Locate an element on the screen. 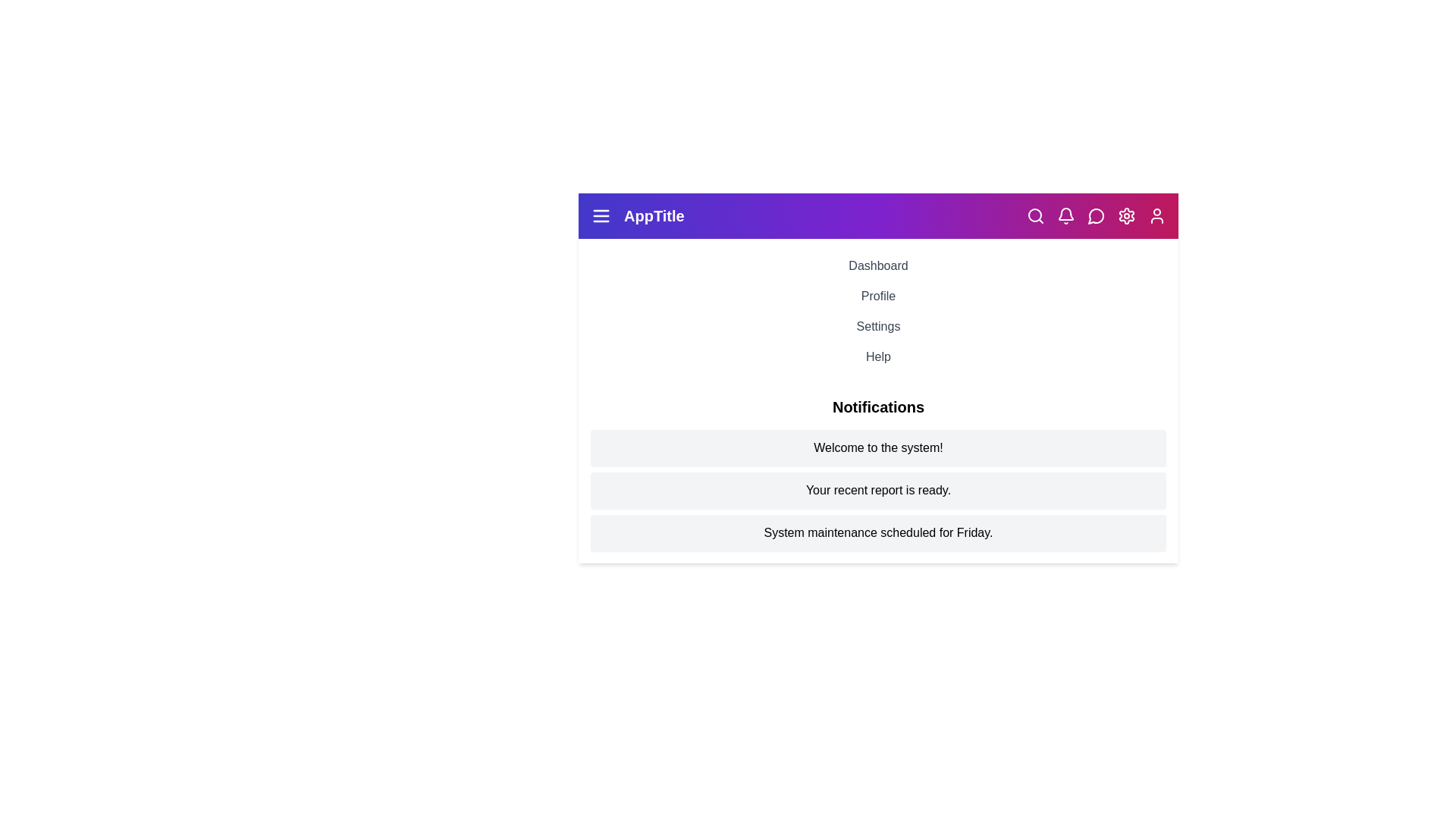 The width and height of the screenshot is (1456, 819). the menu icon to toggle the visibility of the menu is located at coordinates (600, 216).